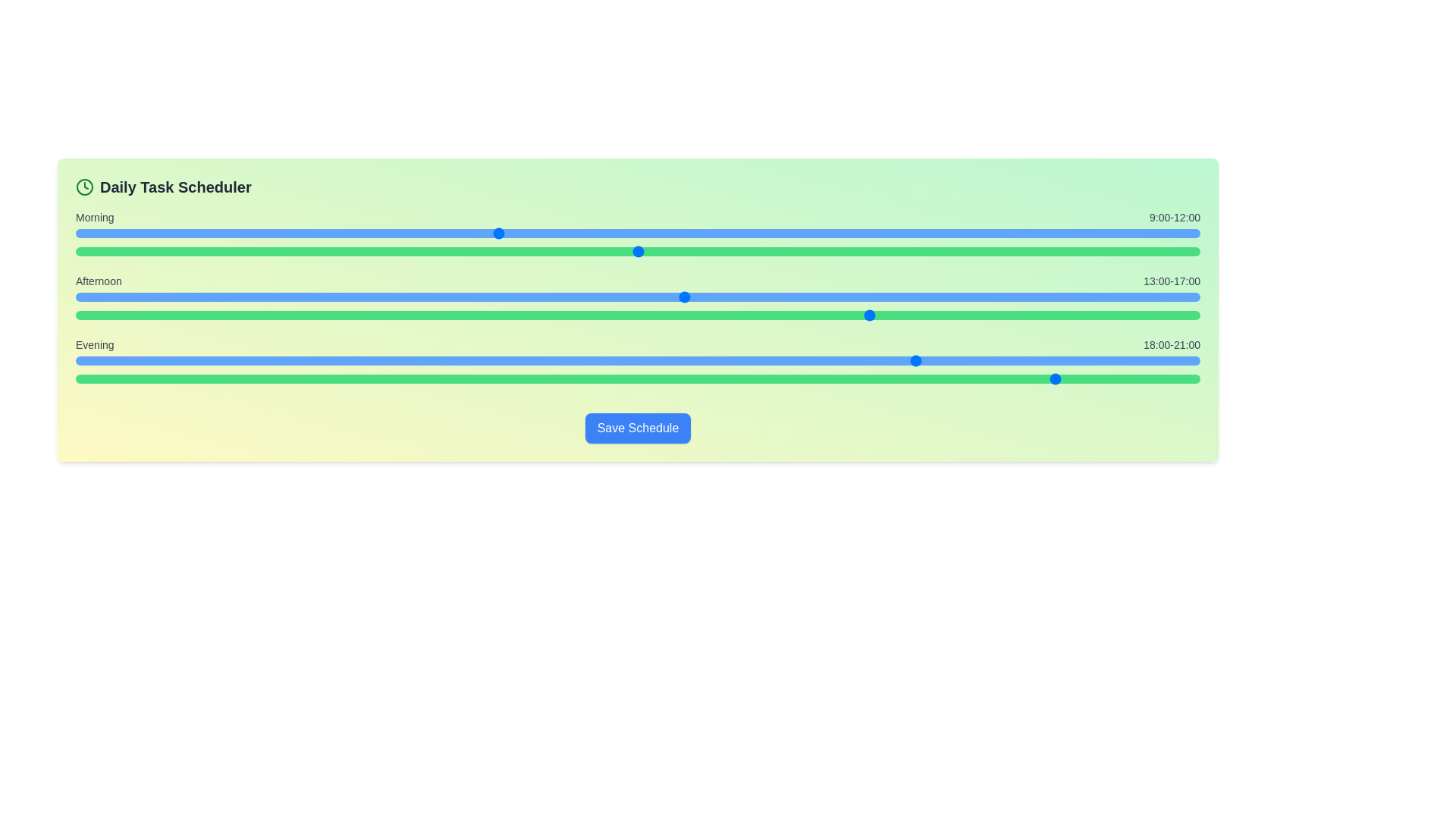 This screenshot has width=1456, height=819. What do you see at coordinates (169, 234) in the screenshot?
I see `the start time for the Morning period to 2 hours` at bounding box center [169, 234].